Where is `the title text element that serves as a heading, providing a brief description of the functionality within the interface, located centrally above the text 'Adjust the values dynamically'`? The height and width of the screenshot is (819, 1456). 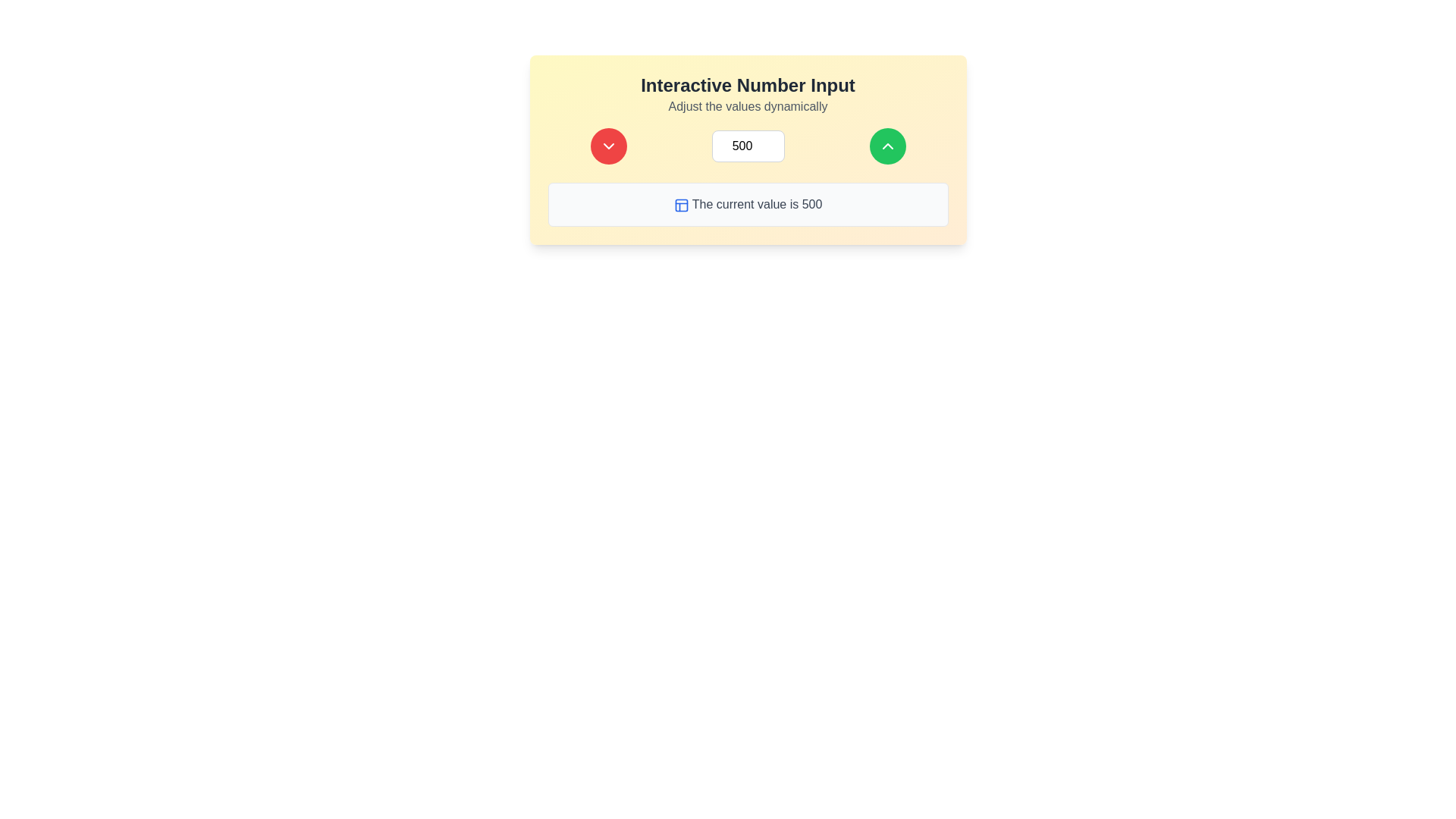 the title text element that serves as a heading, providing a brief description of the functionality within the interface, located centrally above the text 'Adjust the values dynamically' is located at coordinates (748, 85).